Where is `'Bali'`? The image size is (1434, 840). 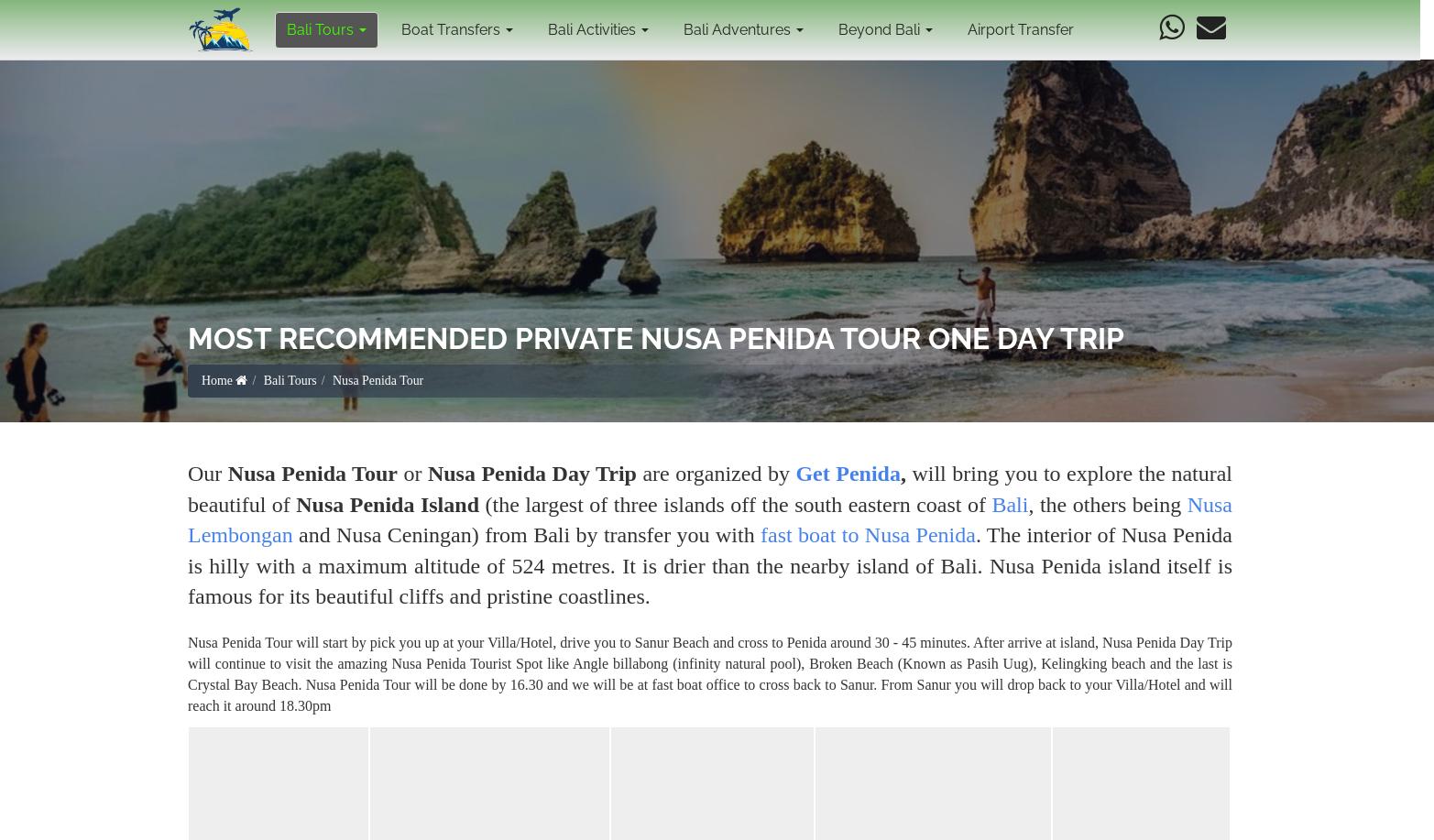 'Bali' is located at coordinates (1010, 504).